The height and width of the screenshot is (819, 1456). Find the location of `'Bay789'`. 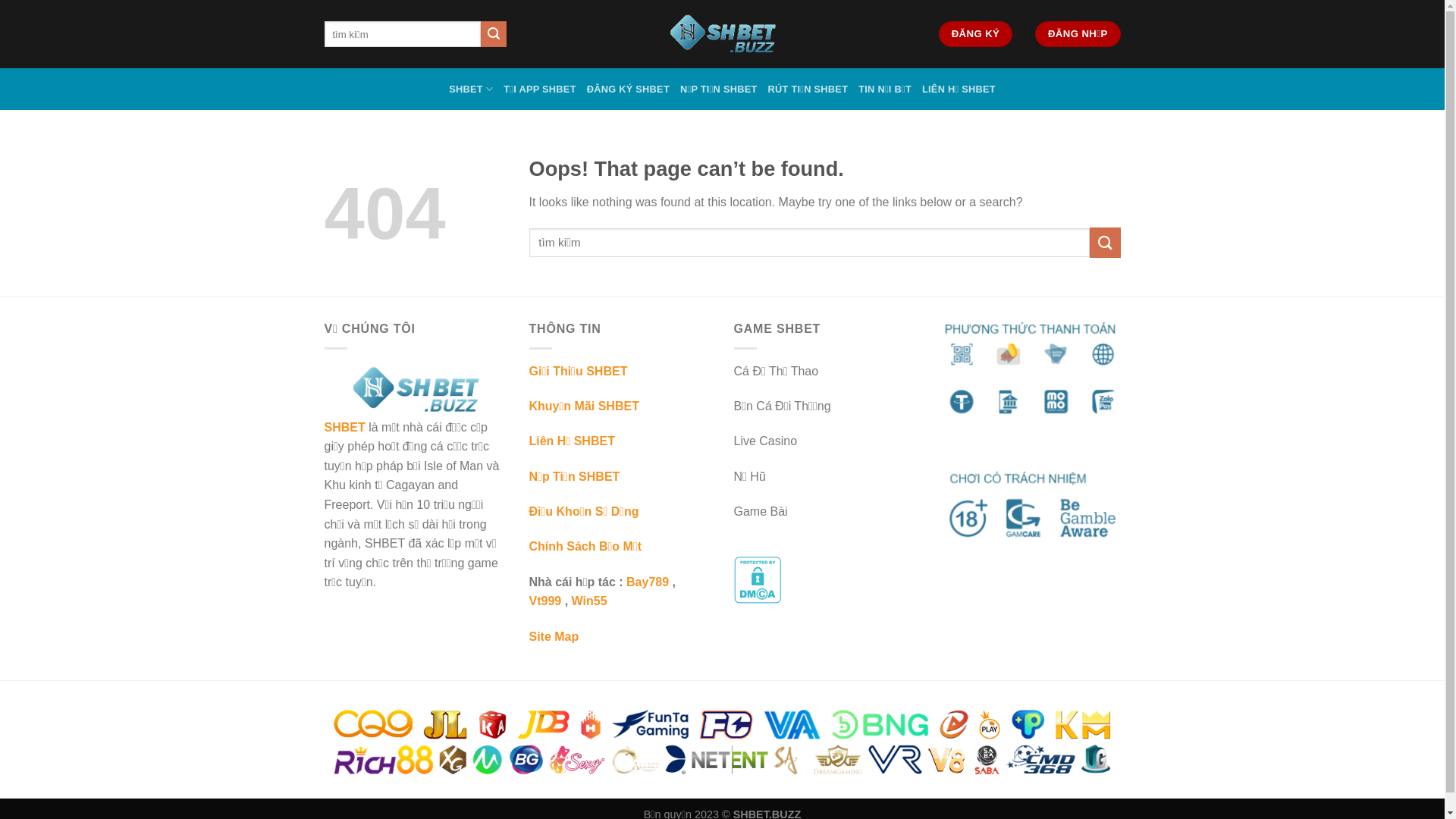

'Bay789' is located at coordinates (648, 581).